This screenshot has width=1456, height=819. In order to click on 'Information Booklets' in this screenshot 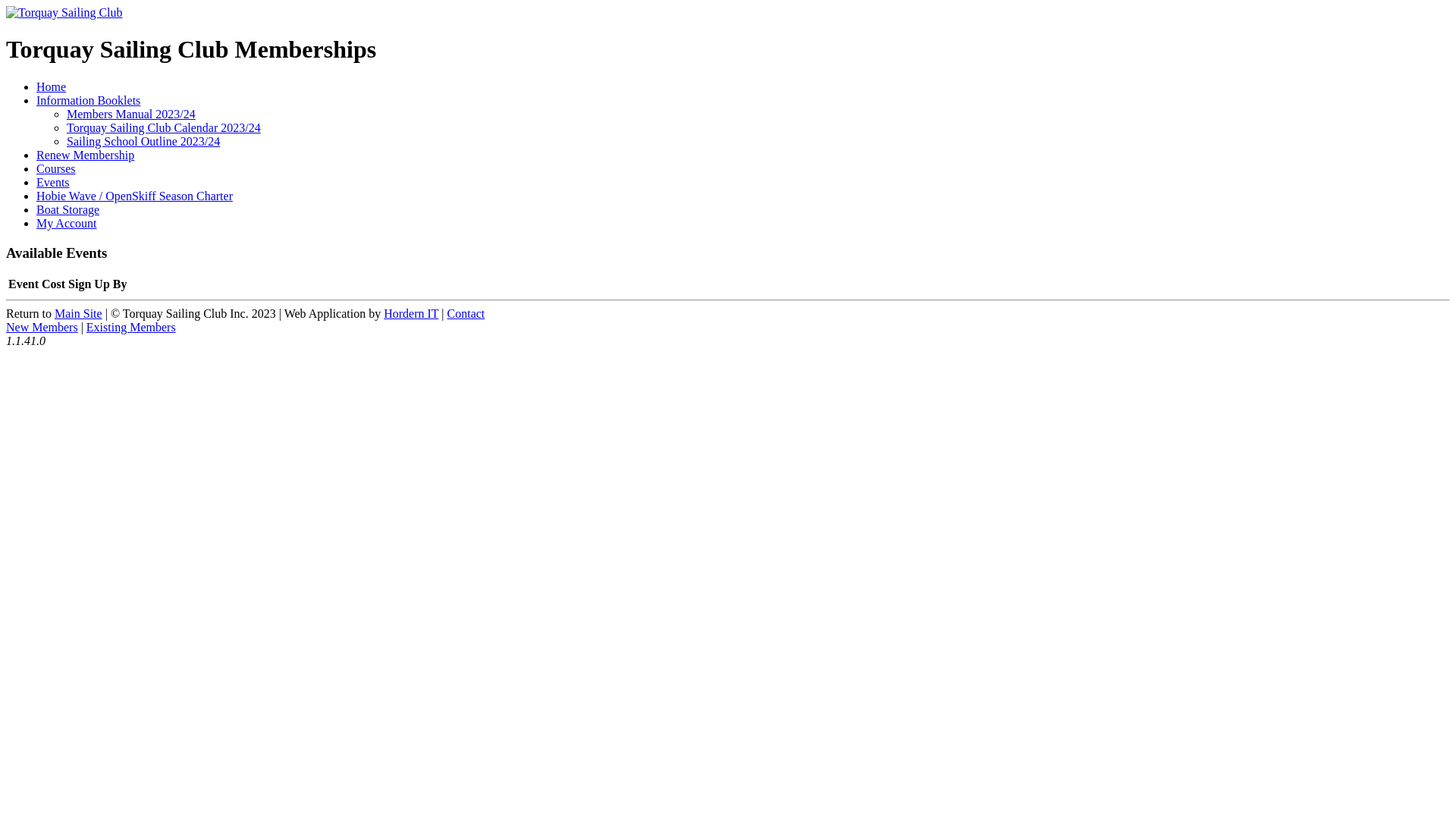, I will do `click(87, 100)`.